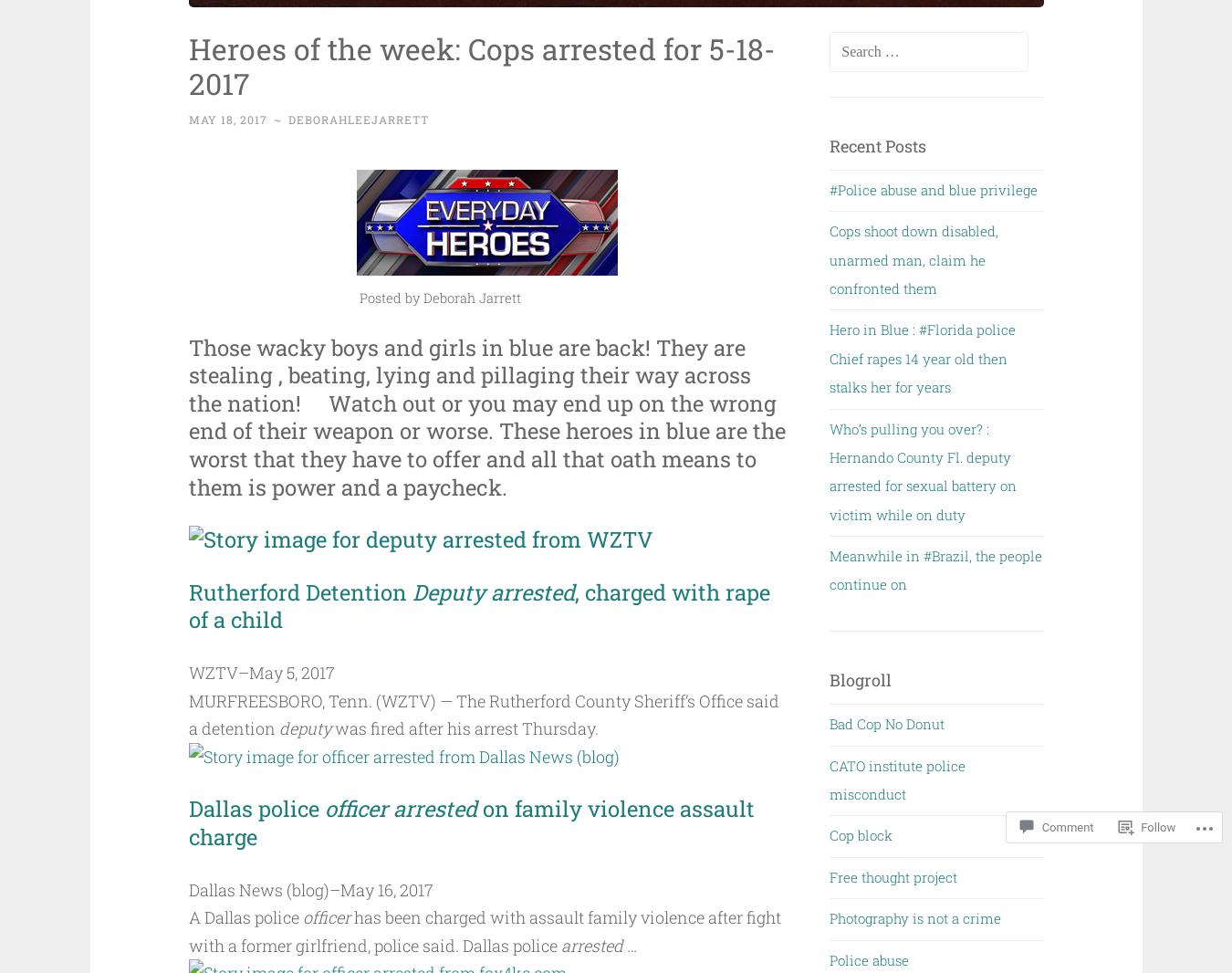 This screenshot has width=1232, height=973. Describe the element at coordinates (480, 64) in the screenshot. I see `'Heroes of the week: Cops arrested for 5-18-2017'` at that location.